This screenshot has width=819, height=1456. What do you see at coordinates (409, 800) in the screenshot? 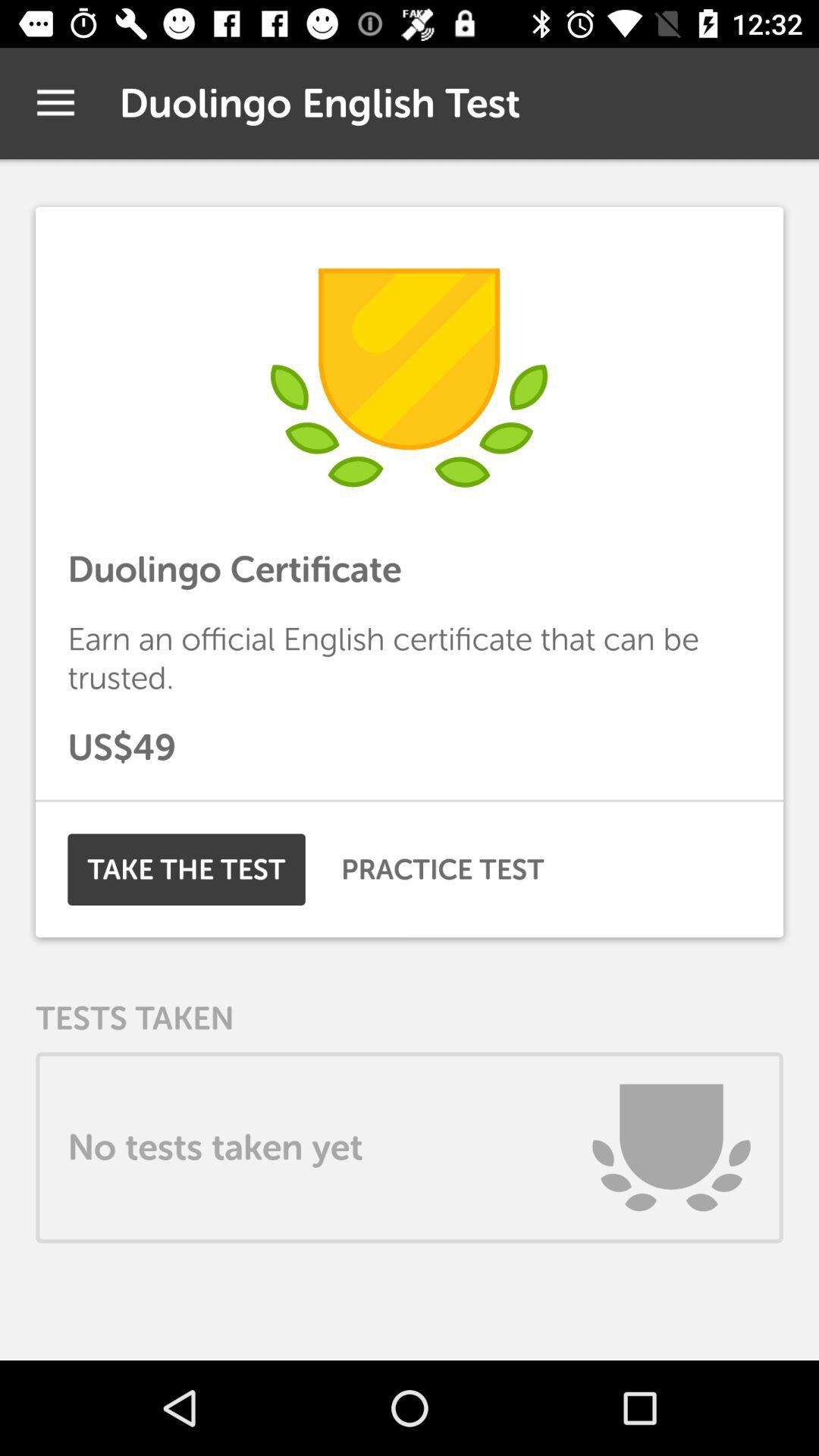
I see `icon above the take the test item` at bounding box center [409, 800].